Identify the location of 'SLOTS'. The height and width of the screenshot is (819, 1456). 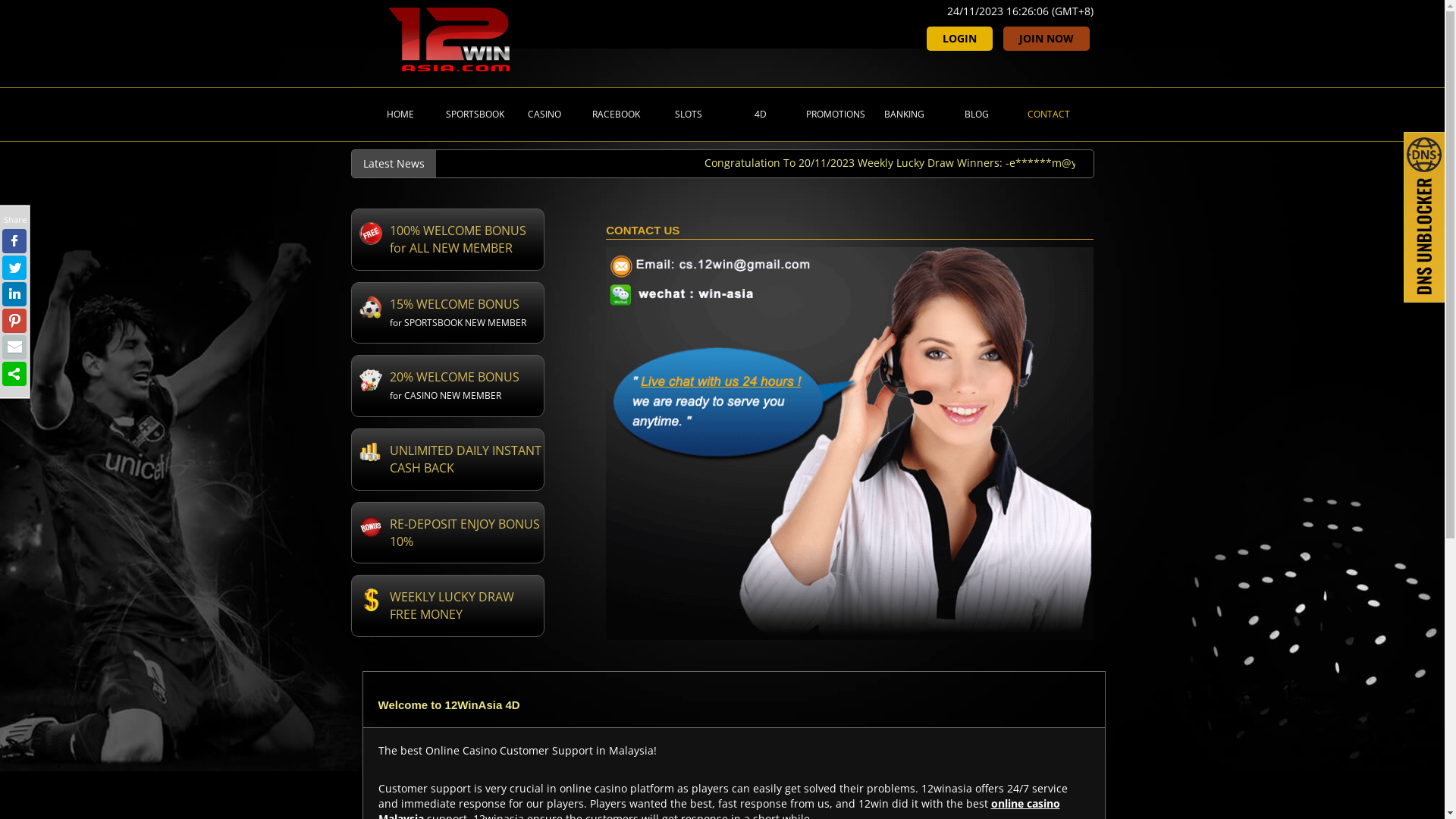
(686, 113).